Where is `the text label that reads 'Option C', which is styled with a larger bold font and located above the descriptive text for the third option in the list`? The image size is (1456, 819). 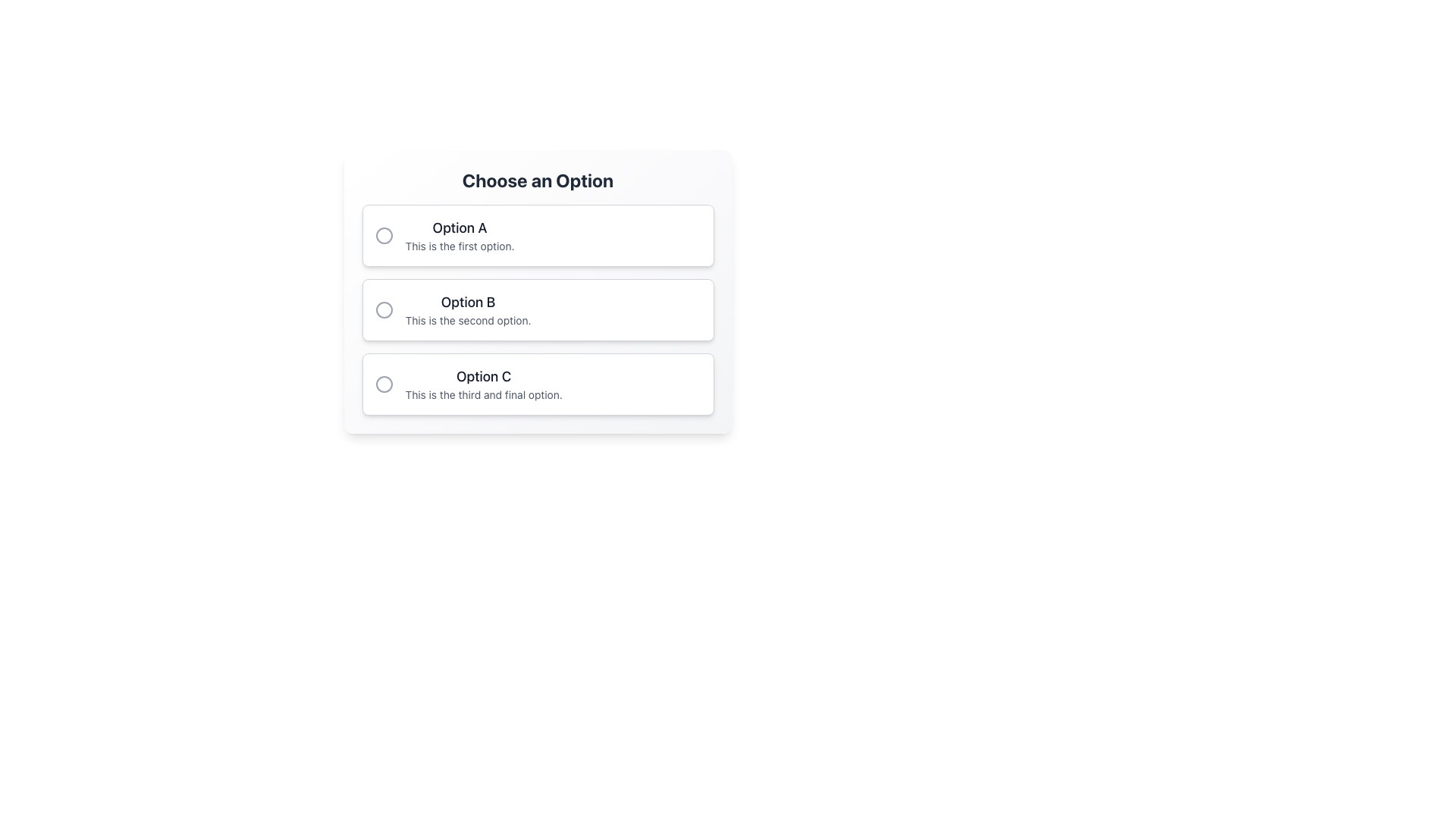 the text label that reads 'Option C', which is styled with a larger bold font and located above the descriptive text for the third option in the list is located at coordinates (483, 376).